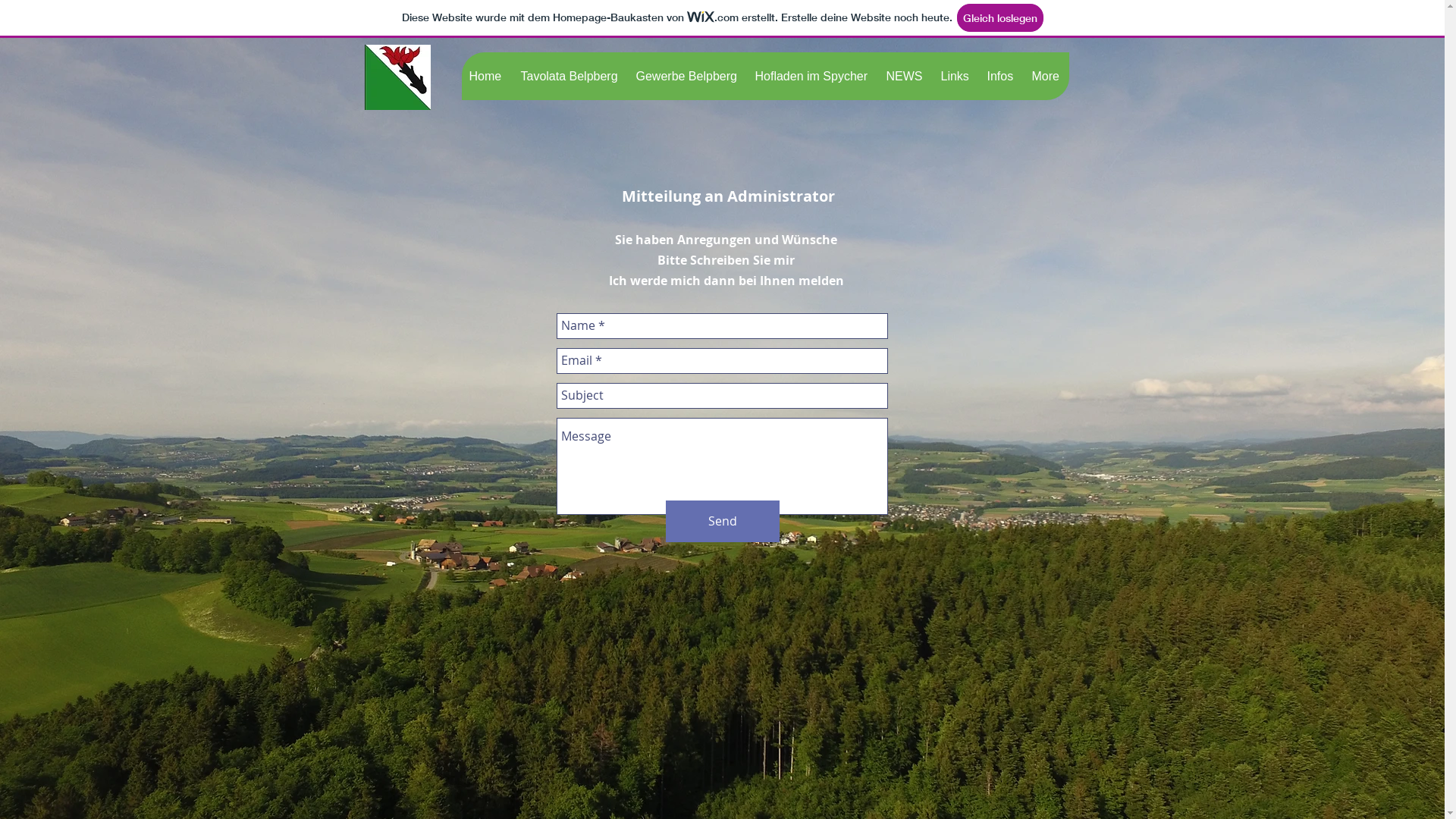 Image resolution: width=1456 pixels, height=819 pixels. What do you see at coordinates (486, 76) in the screenshot?
I see `'Home'` at bounding box center [486, 76].